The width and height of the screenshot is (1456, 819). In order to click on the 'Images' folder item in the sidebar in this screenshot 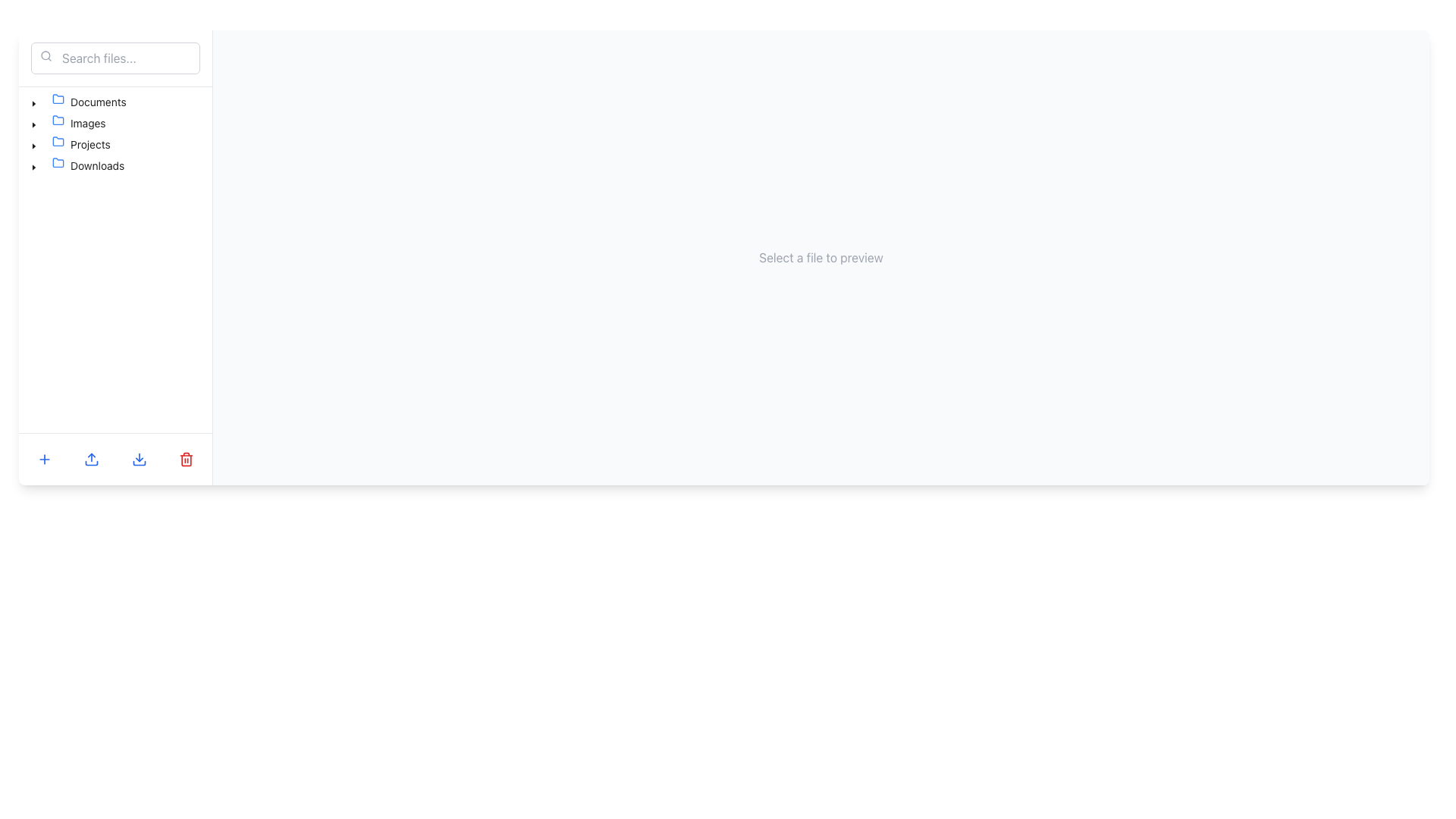, I will do `click(78, 122)`.